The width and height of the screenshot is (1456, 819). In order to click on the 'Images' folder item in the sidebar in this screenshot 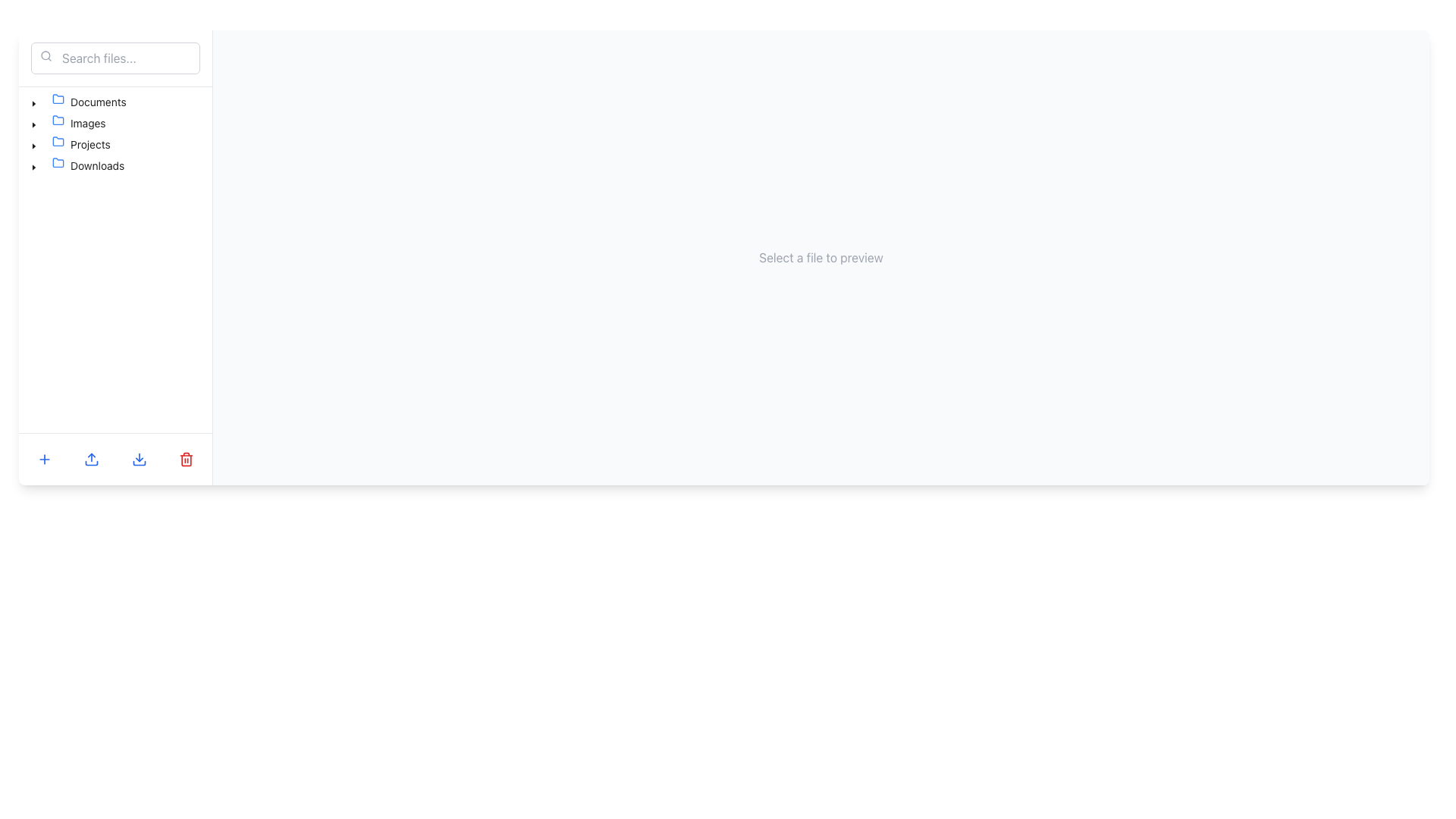, I will do `click(78, 122)`.